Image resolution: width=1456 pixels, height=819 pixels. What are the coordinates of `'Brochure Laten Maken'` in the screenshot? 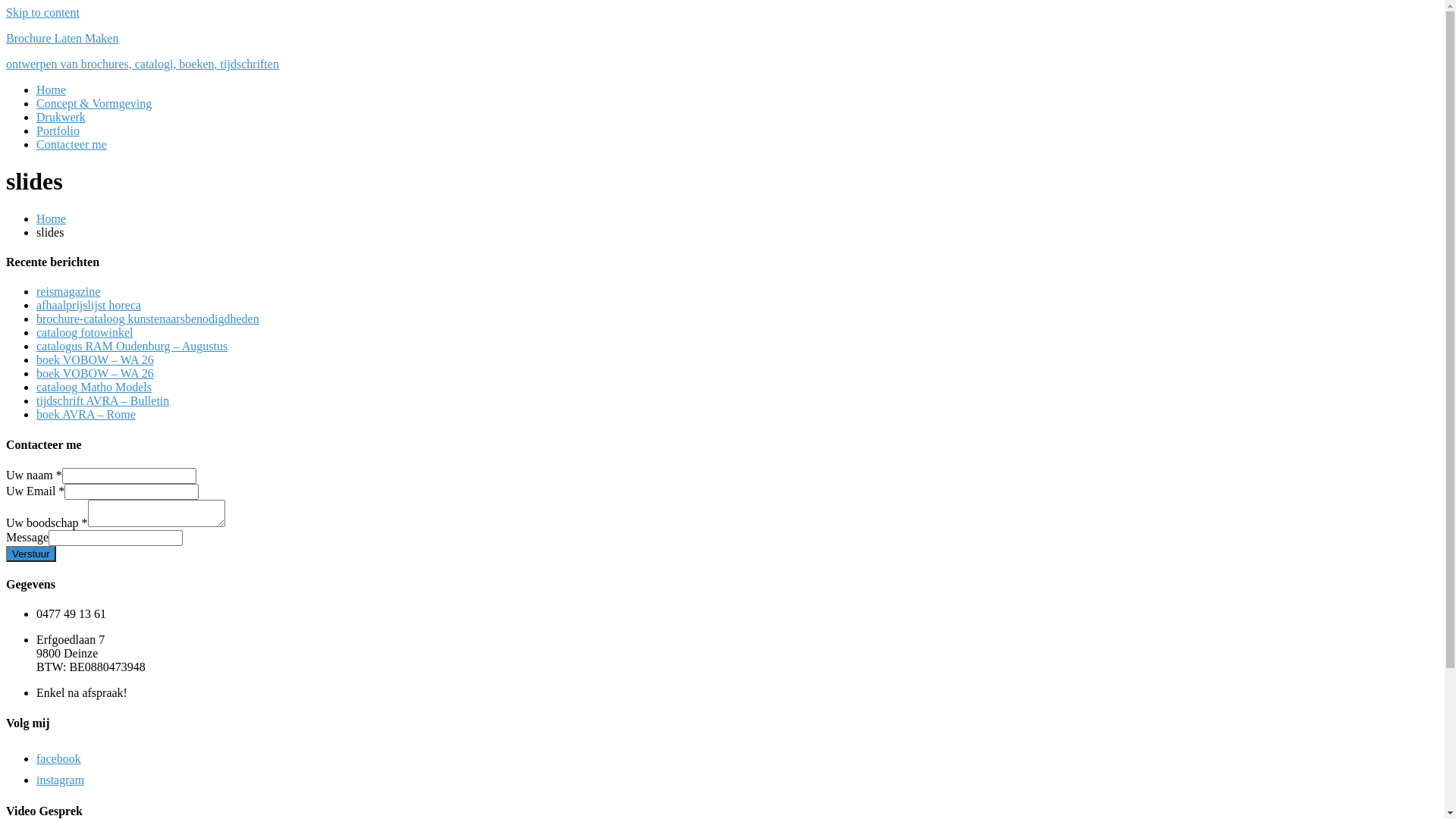 It's located at (6, 37).